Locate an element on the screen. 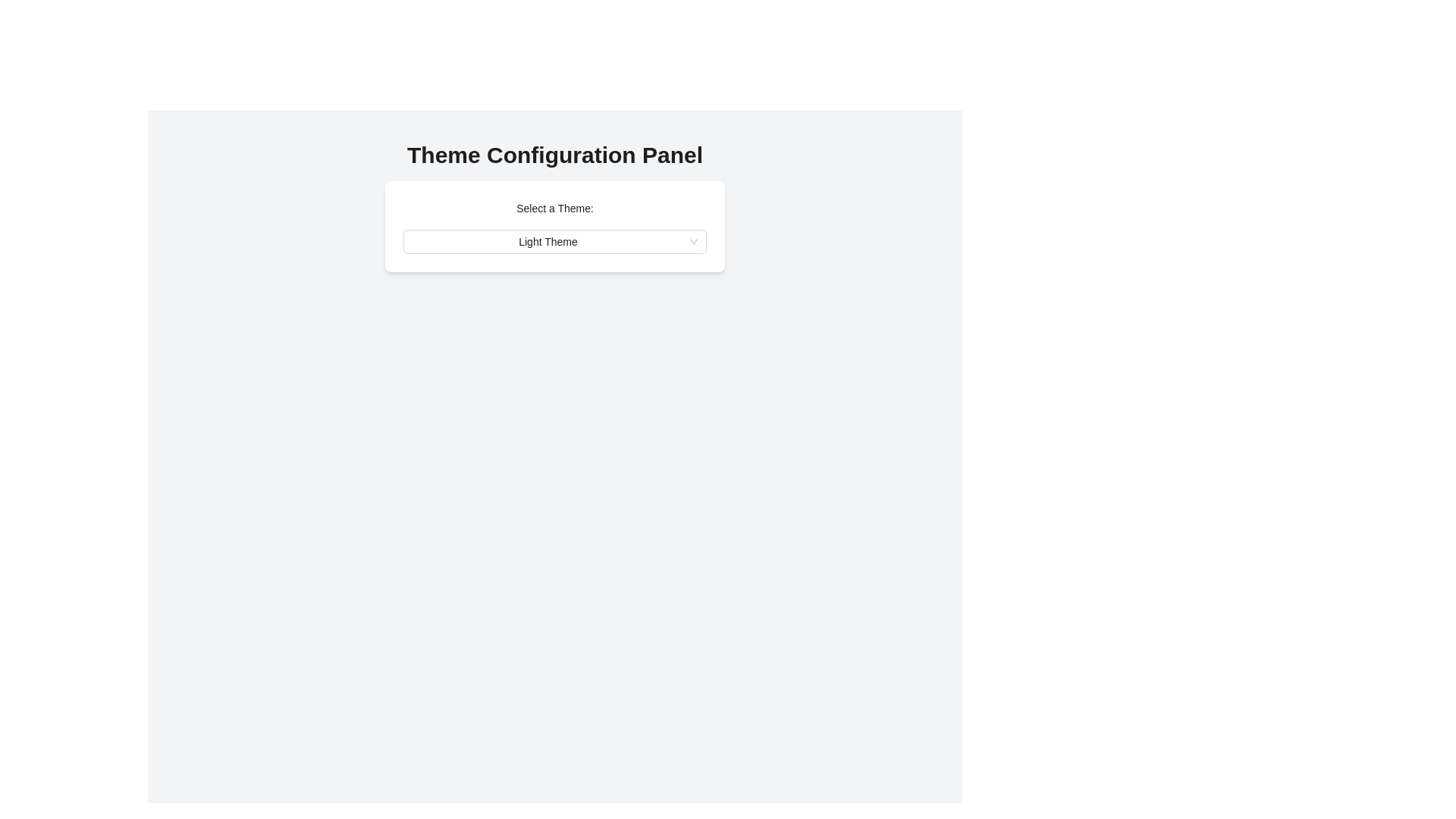  the dropdown menu in the 'Theme Configuration Panel' is located at coordinates (554, 241).